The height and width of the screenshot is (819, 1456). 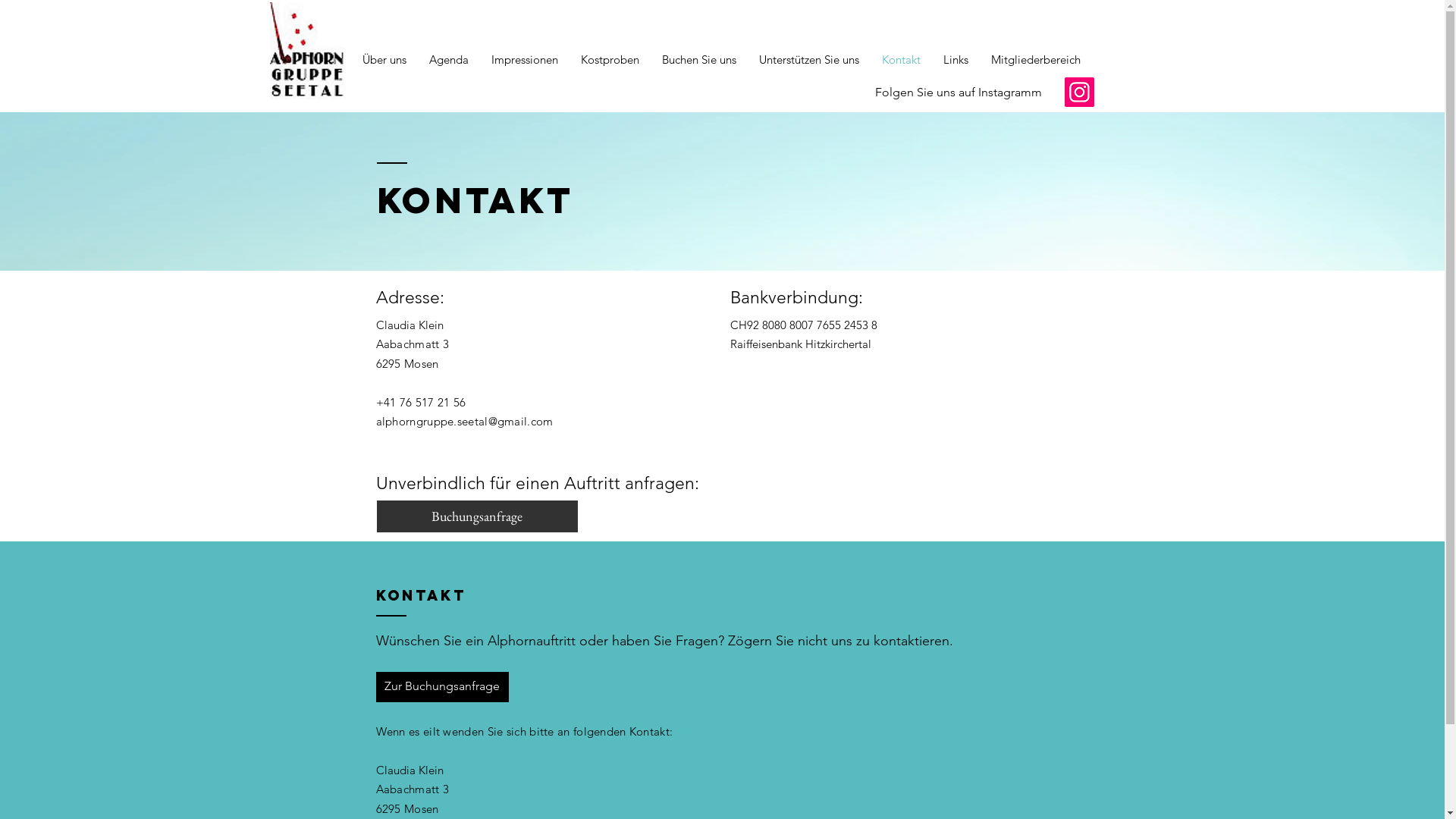 I want to click on 'Impressionen', so click(x=479, y=58).